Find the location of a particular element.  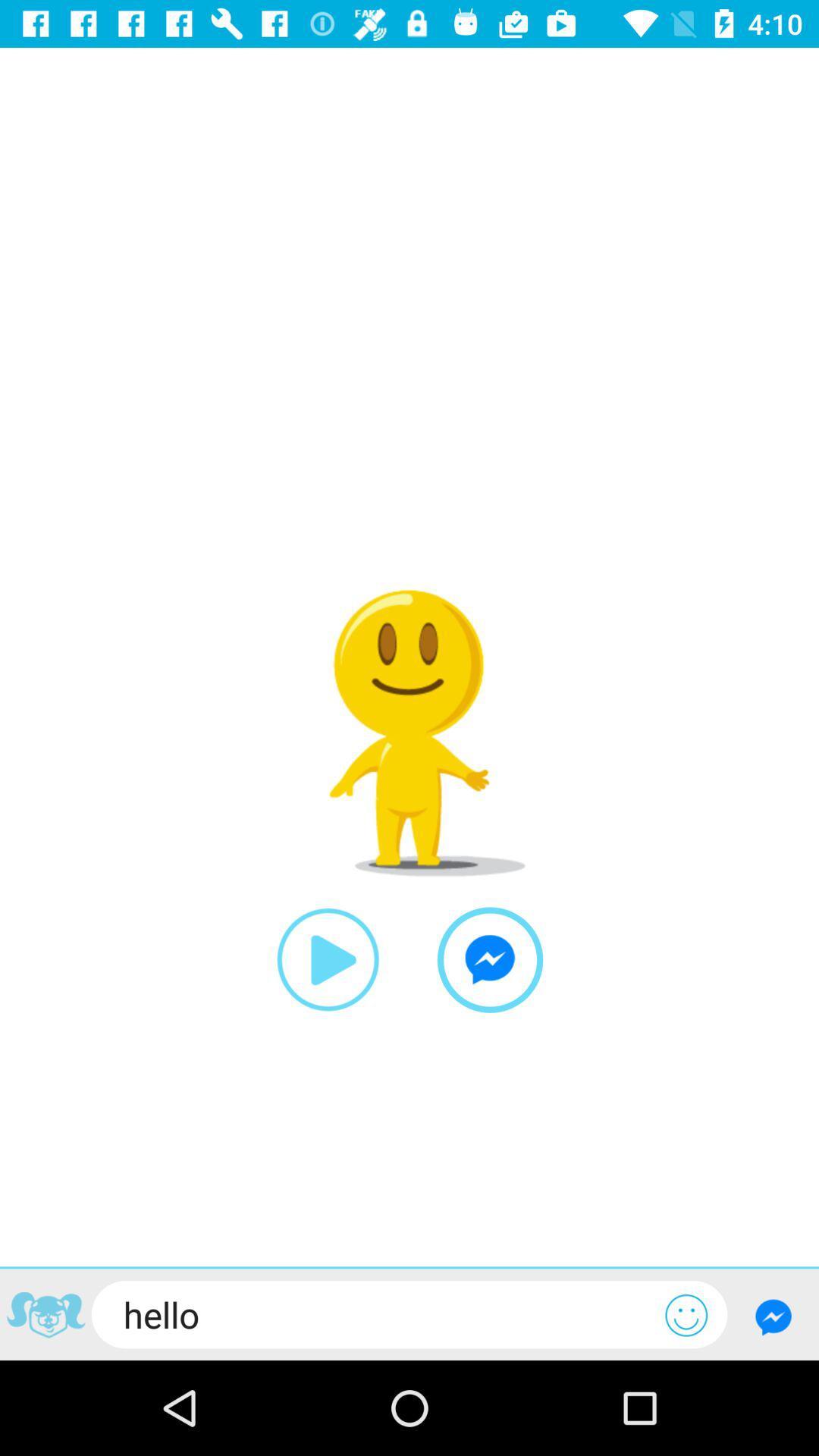

messenger option is located at coordinates (490, 959).